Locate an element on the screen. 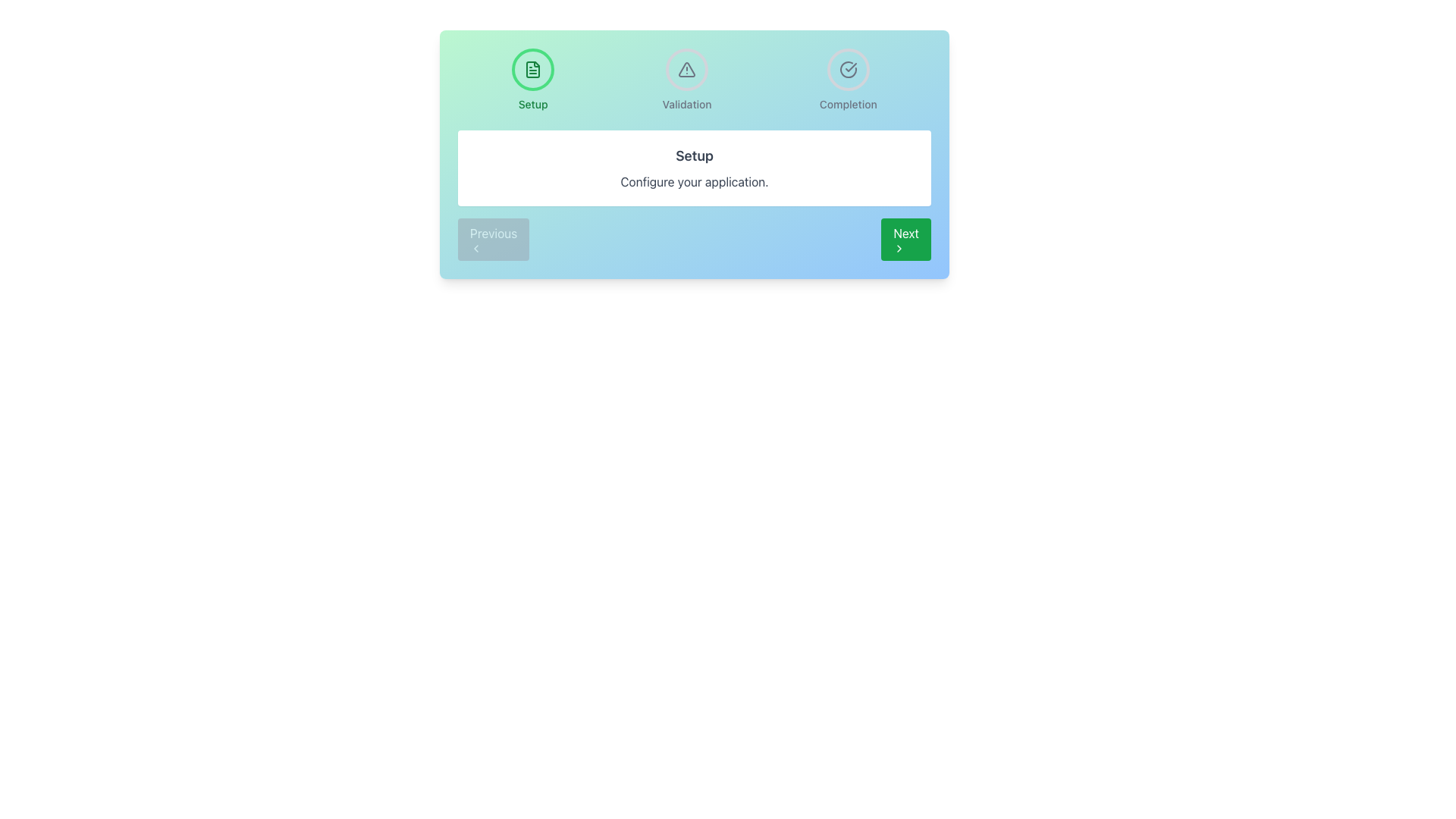 This screenshot has width=1456, height=819. the text label element that provides supporting information or instructions under the setup section, located beneath the 'Setup' label is located at coordinates (694, 180).